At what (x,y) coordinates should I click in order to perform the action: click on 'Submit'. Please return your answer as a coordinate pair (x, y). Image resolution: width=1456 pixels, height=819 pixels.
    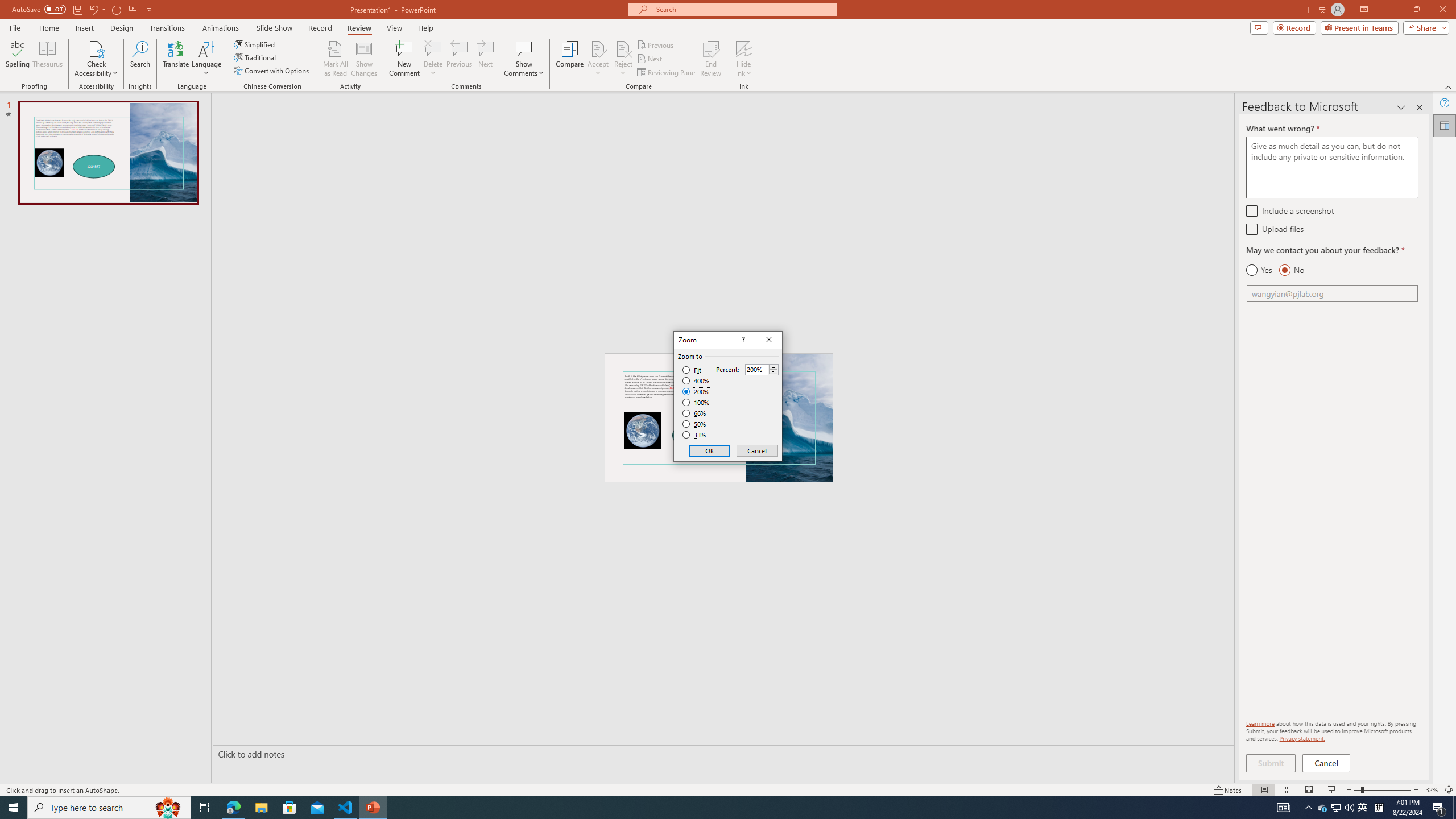
    Looking at the image, I should click on (1270, 763).